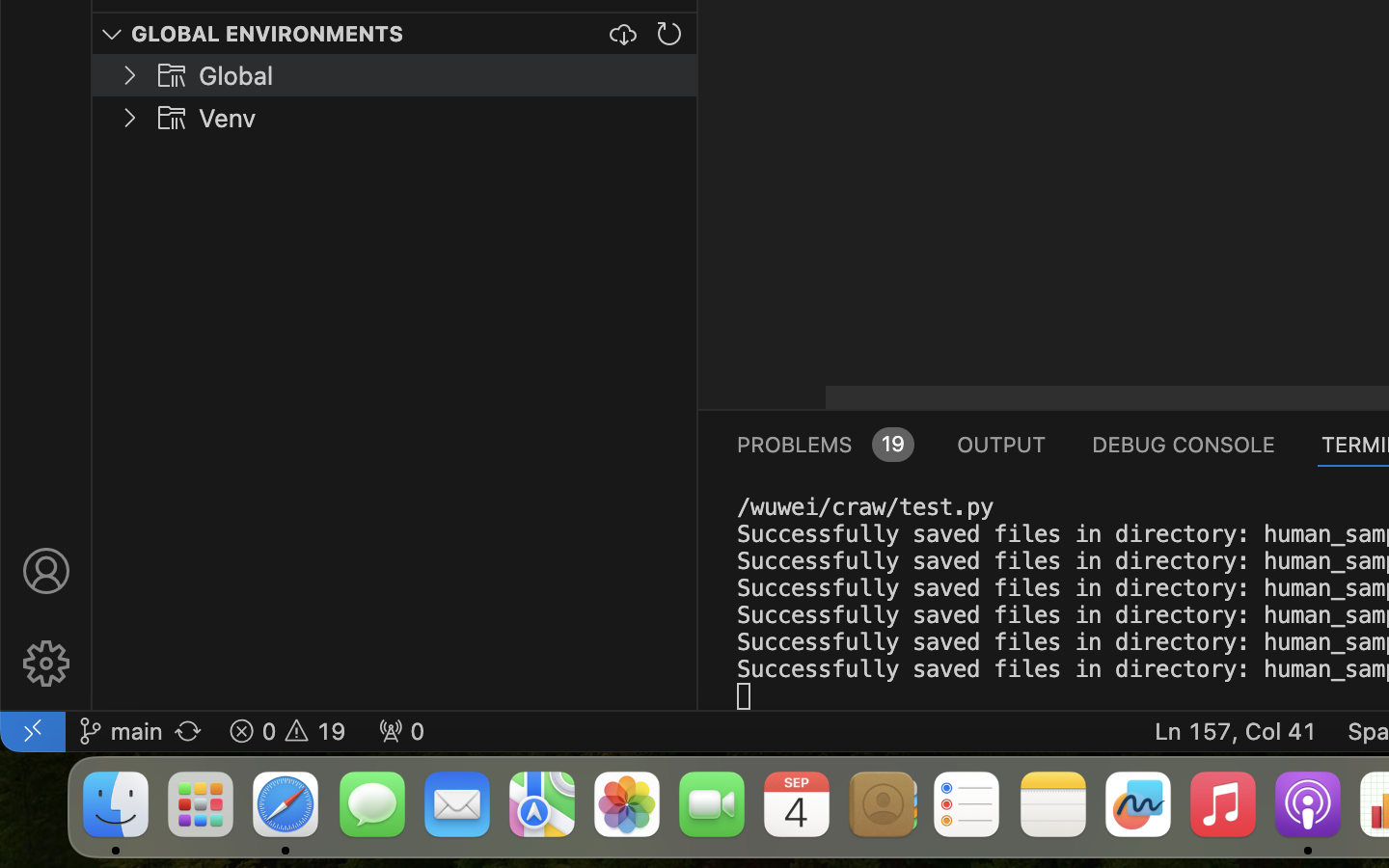 Image resolution: width=1389 pixels, height=868 pixels. Describe the element at coordinates (1183, 442) in the screenshot. I see `'0 DEBUG CONSOLE'` at that location.